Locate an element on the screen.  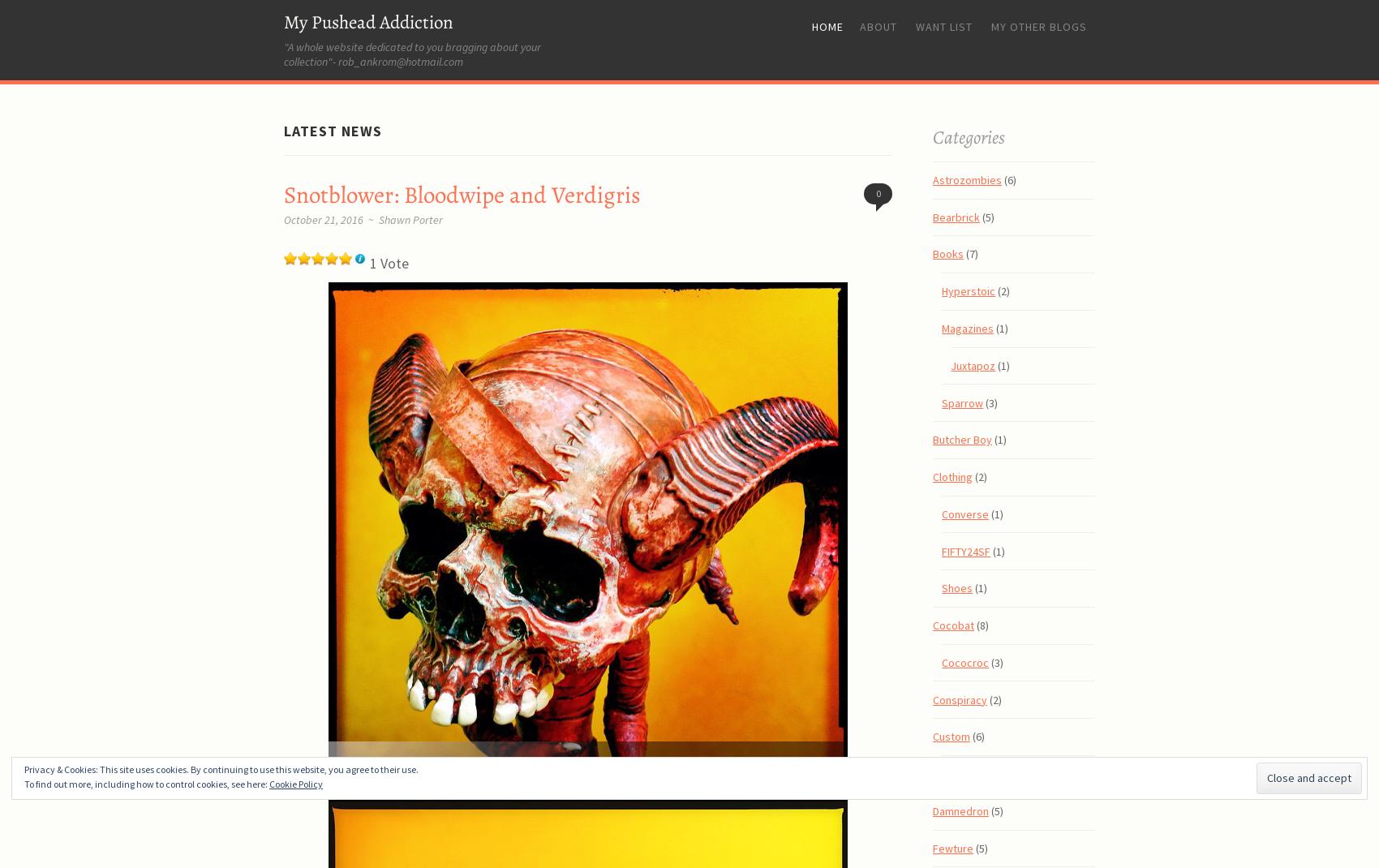
'Conspiracy' is located at coordinates (959, 698).